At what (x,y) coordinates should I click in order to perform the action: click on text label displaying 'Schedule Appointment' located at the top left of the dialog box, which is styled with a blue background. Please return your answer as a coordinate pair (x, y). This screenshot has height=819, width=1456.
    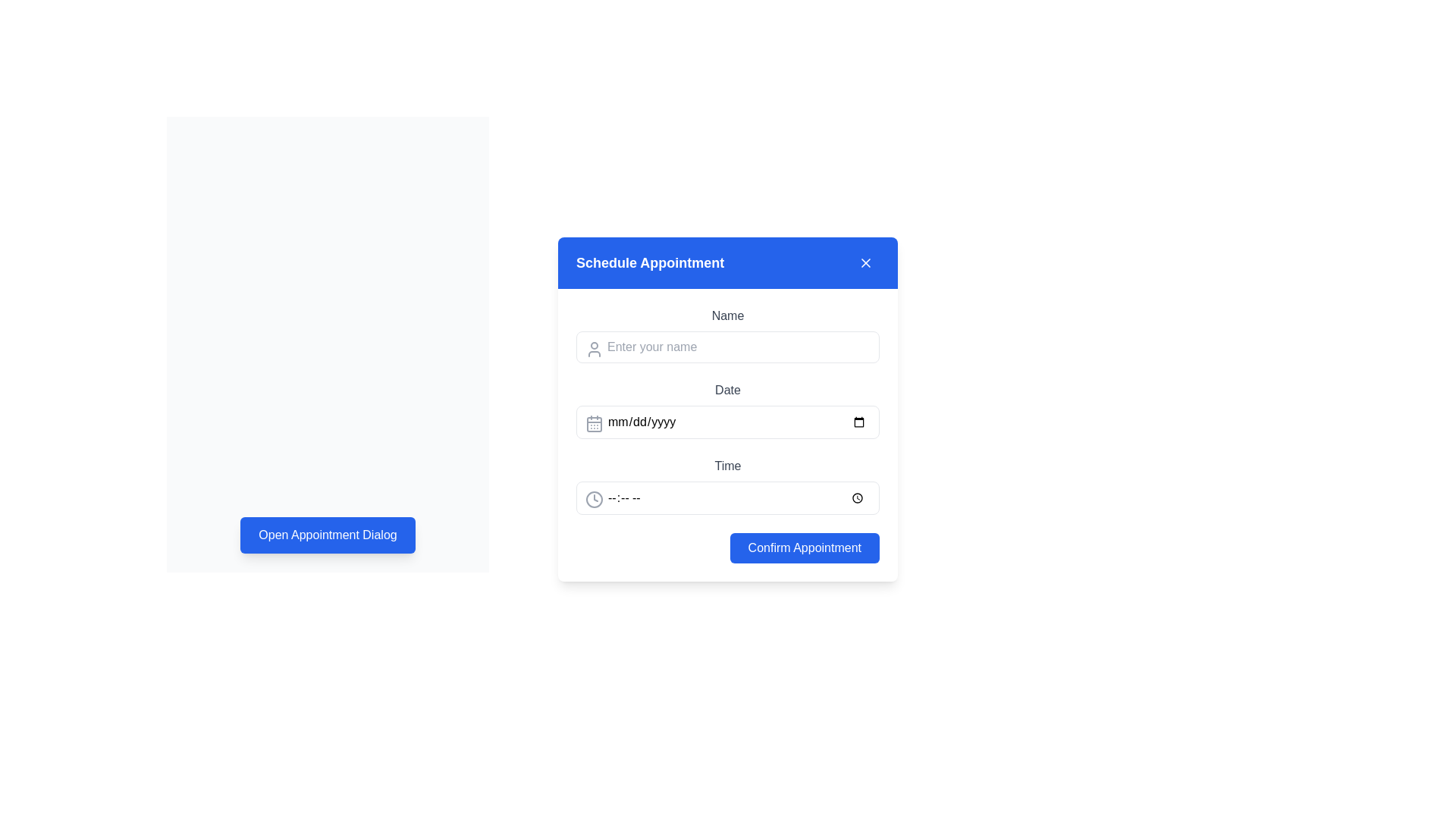
    Looking at the image, I should click on (650, 262).